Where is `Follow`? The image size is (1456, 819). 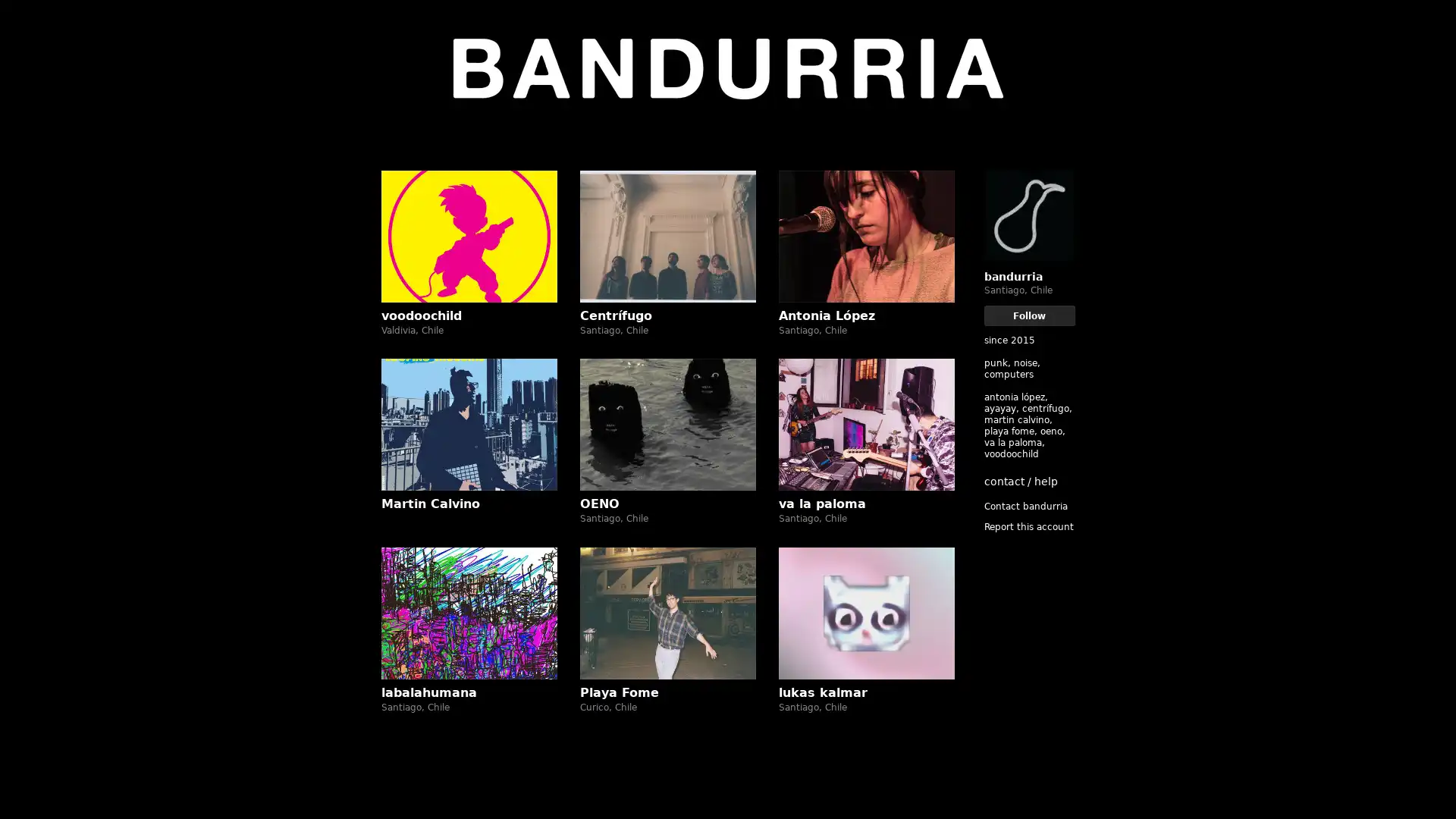
Follow is located at coordinates (1029, 315).